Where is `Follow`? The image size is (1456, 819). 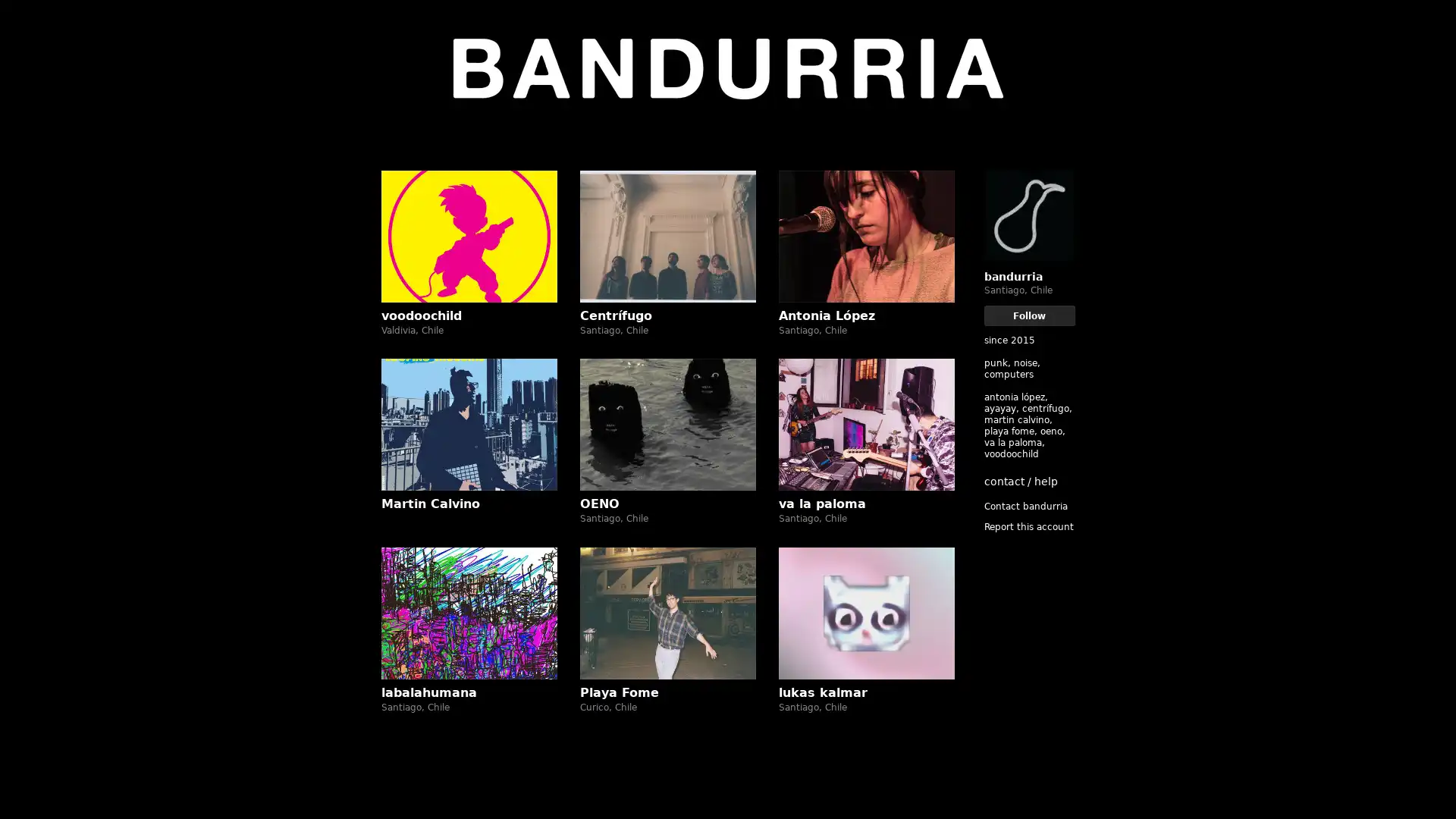
Follow is located at coordinates (1029, 315).